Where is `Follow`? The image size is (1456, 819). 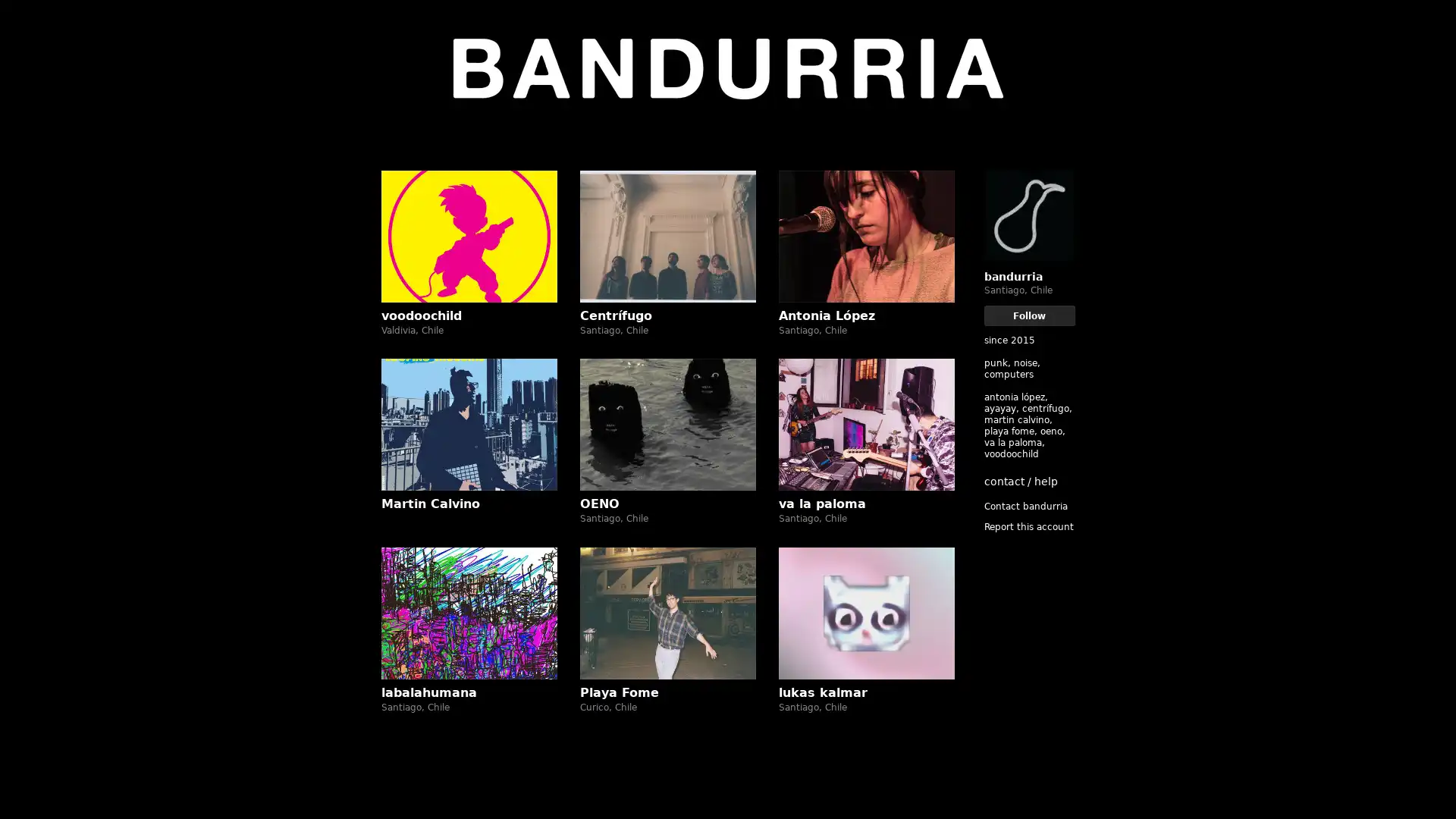
Follow is located at coordinates (1029, 315).